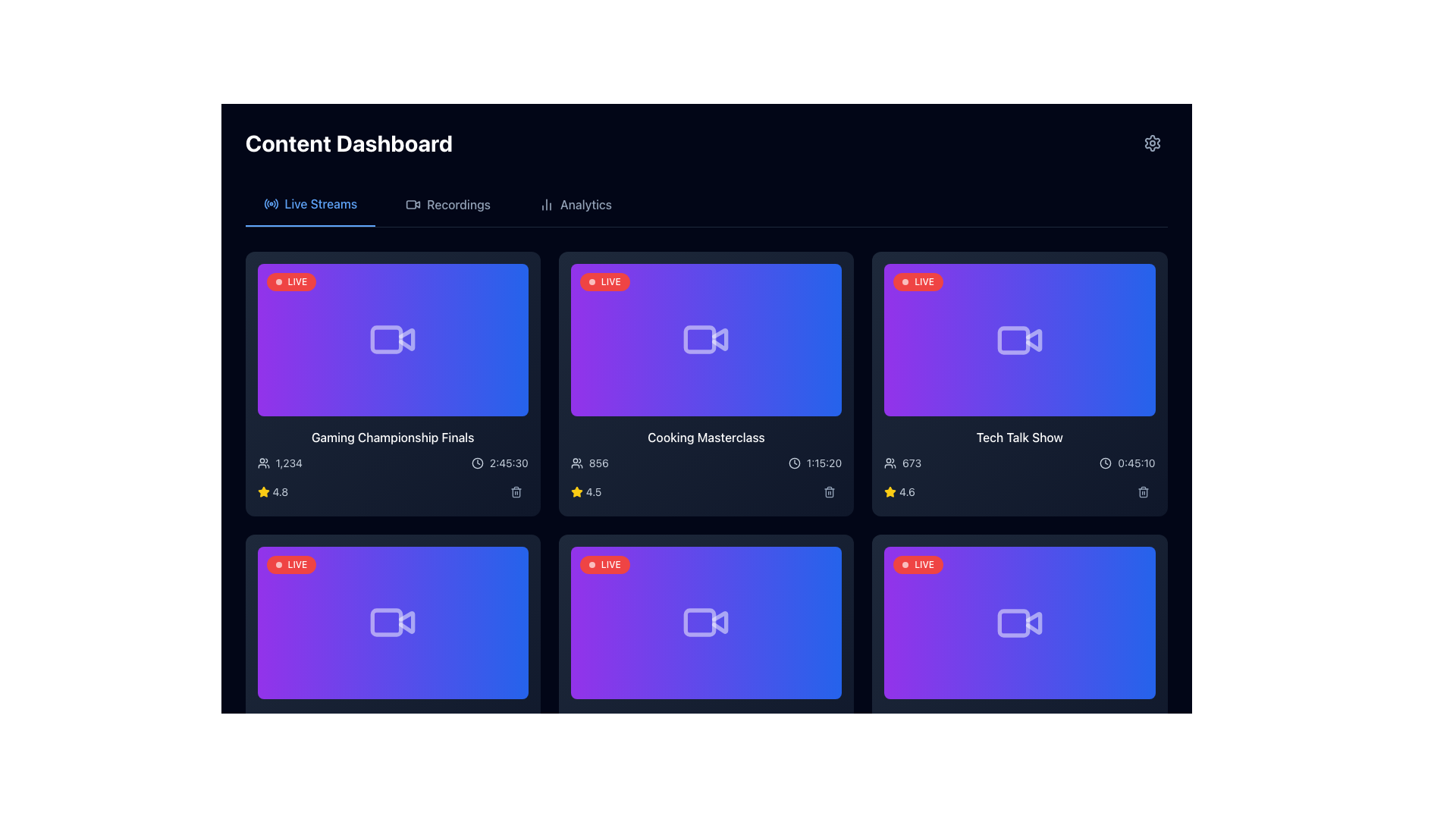 The width and height of the screenshot is (1456, 819). What do you see at coordinates (393, 339) in the screenshot?
I see `the video camera icon, which is located in the top-left video card of a grid, styled in white with reduced opacity against a gradient background` at bounding box center [393, 339].